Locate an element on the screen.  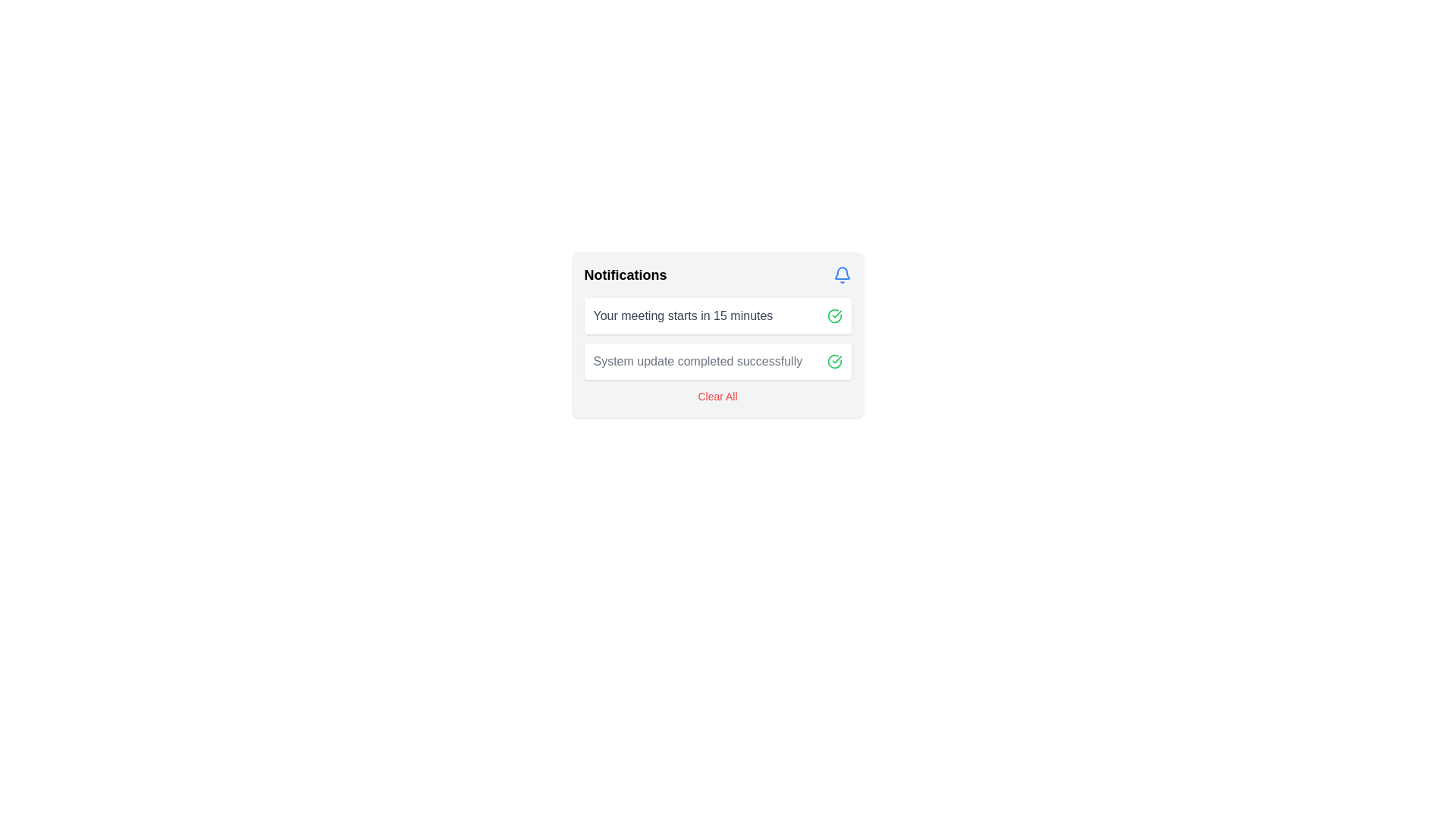
the Notification Item displaying 'System update completed successfully' with a green checkmark icon, which is the second notification in the list is located at coordinates (717, 362).